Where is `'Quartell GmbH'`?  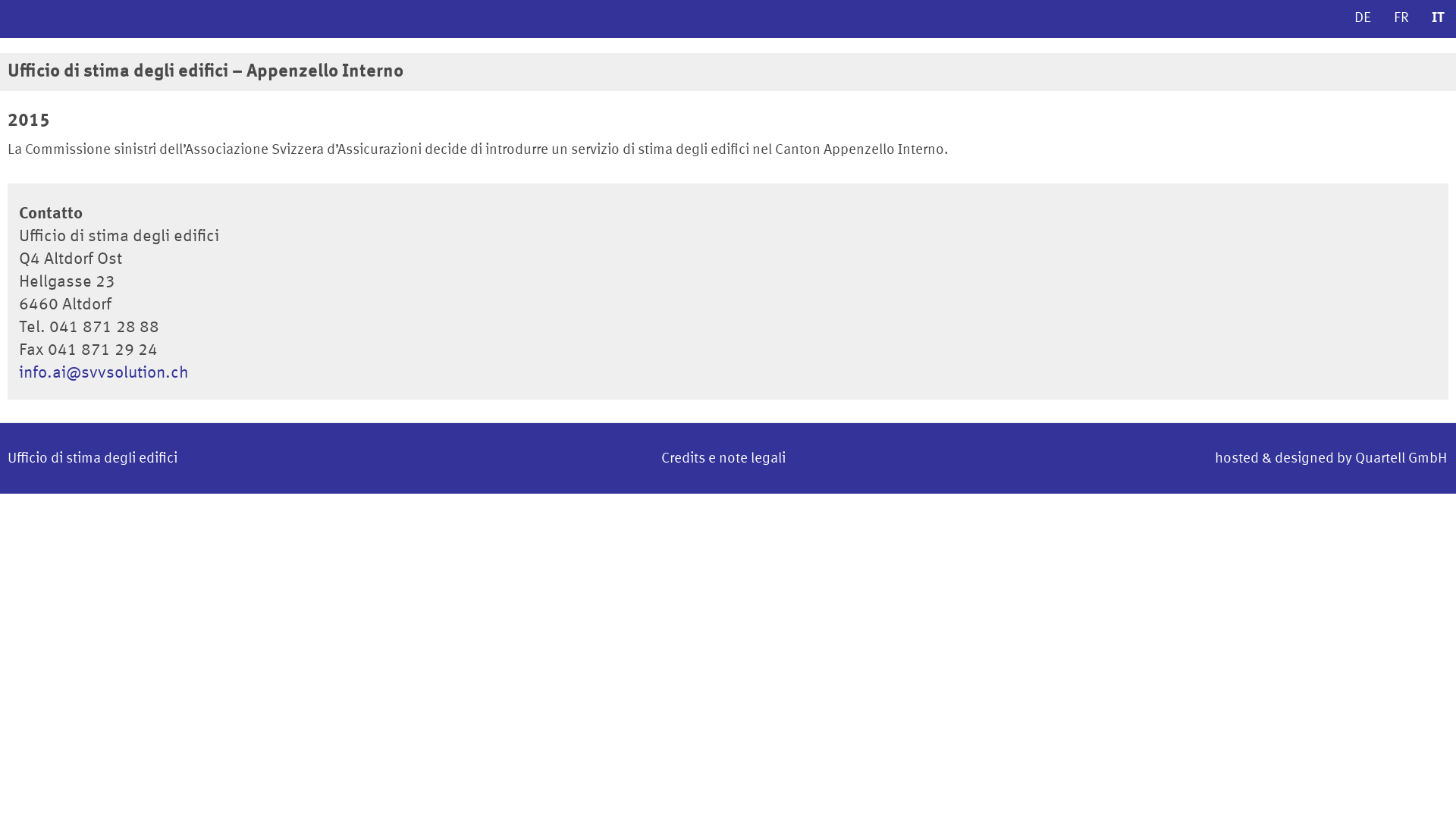 'Quartell GmbH' is located at coordinates (1400, 458).